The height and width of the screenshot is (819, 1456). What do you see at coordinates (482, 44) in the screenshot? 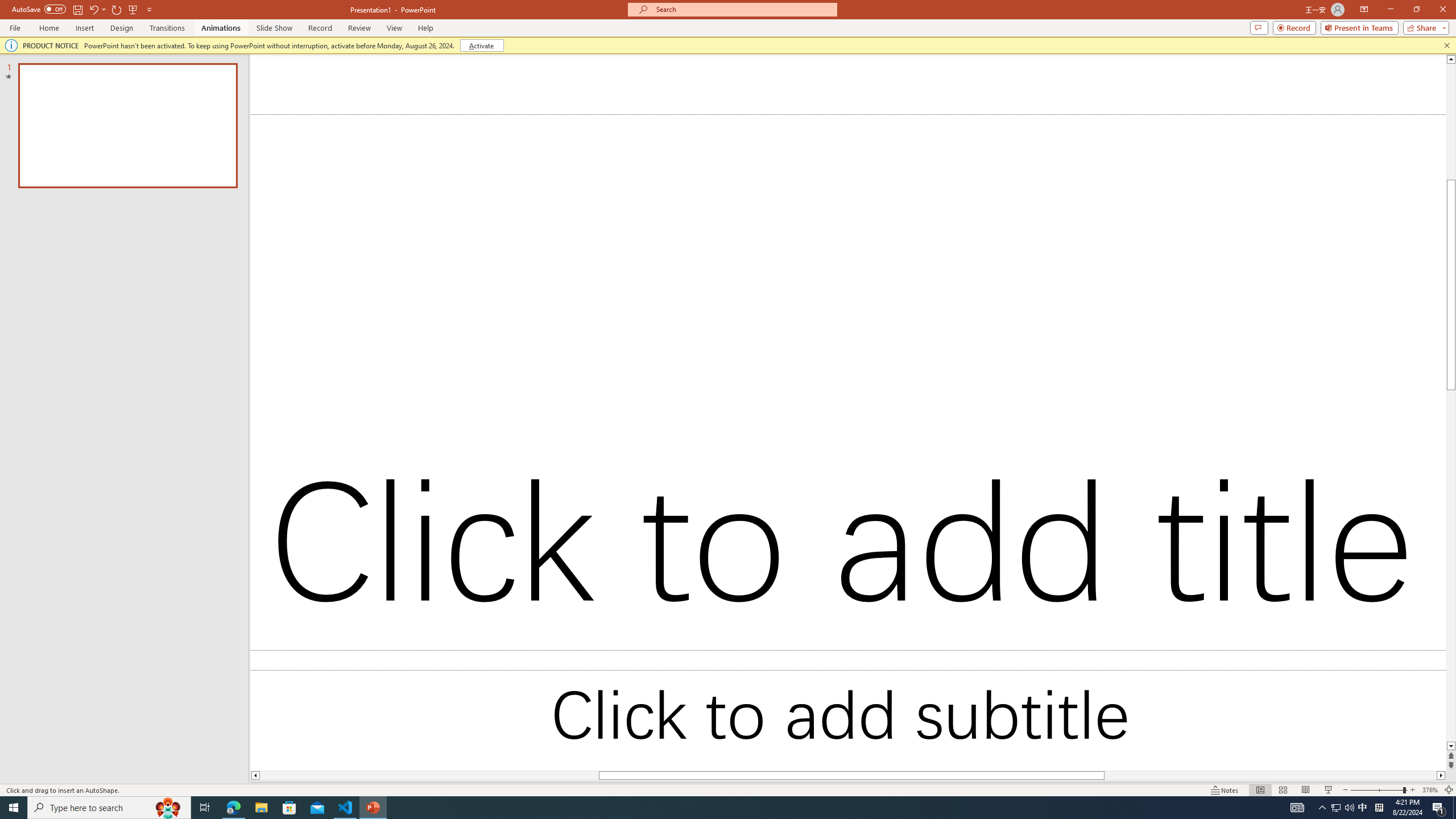
I see `'Activate'` at bounding box center [482, 44].